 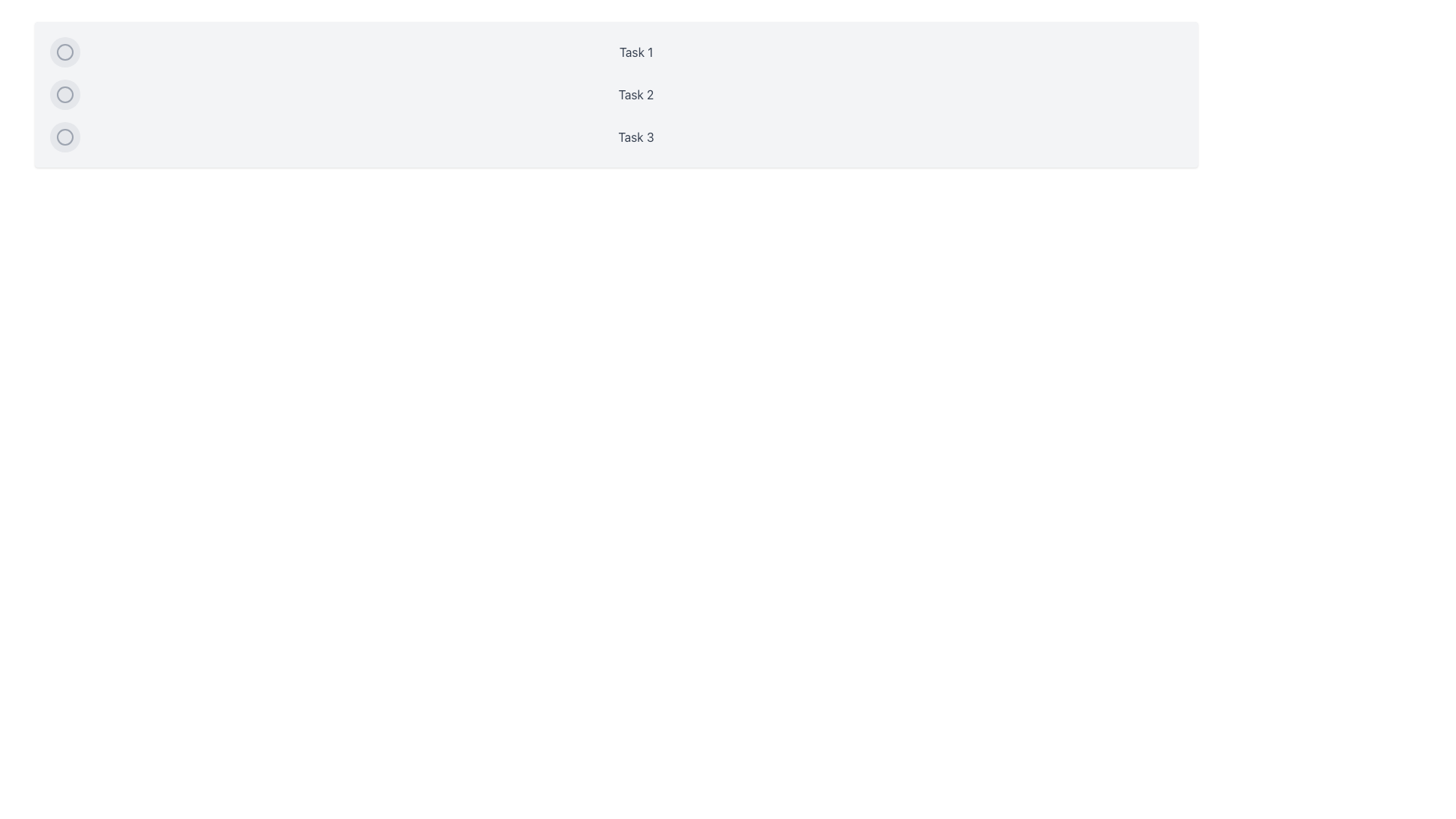 What do you see at coordinates (64, 137) in the screenshot?
I see `the circular button with a light gray background and darker gray border, located to the left of the text 'Task 3', to trigger a visual effect` at bounding box center [64, 137].